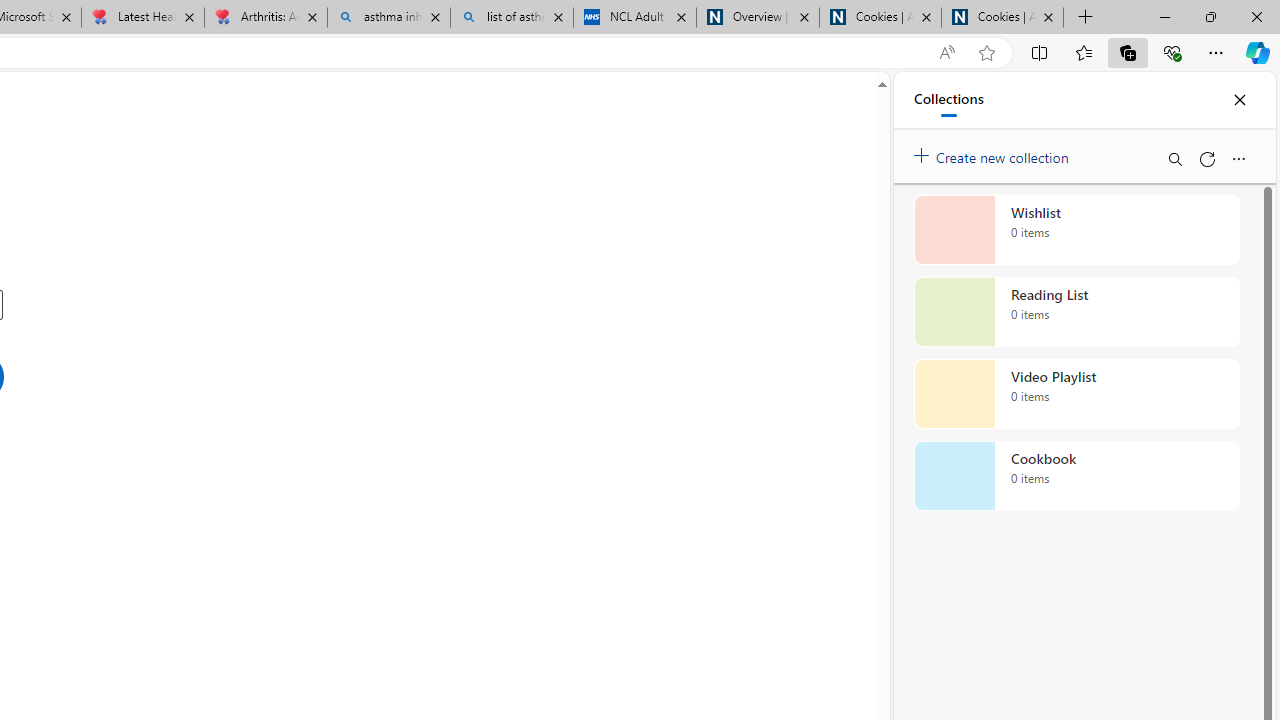  Describe the element at coordinates (1076, 394) in the screenshot. I see `'Video Playlist collection, 0 items'` at that location.